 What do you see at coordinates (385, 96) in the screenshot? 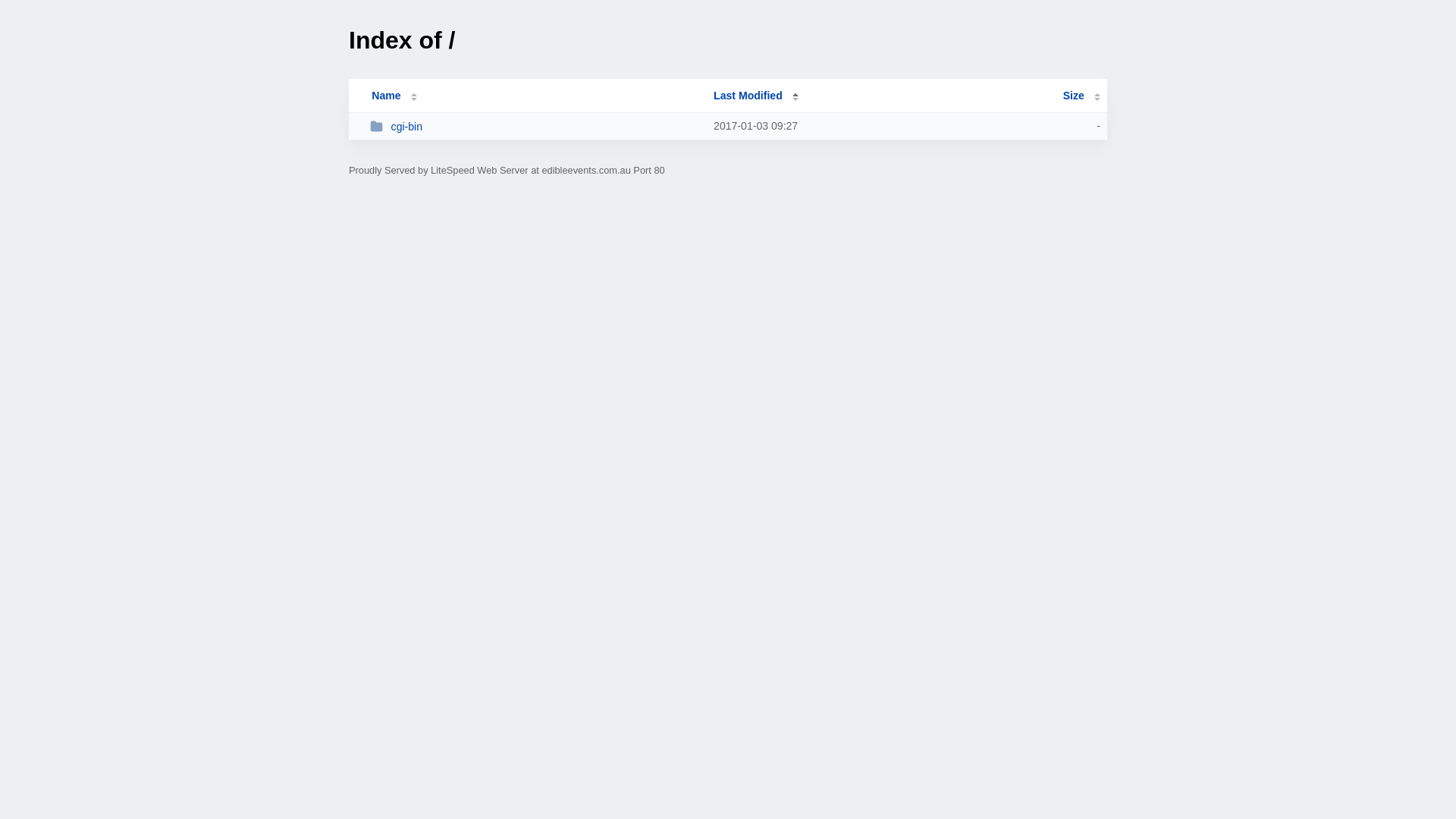
I see `'Name'` at bounding box center [385, 96].